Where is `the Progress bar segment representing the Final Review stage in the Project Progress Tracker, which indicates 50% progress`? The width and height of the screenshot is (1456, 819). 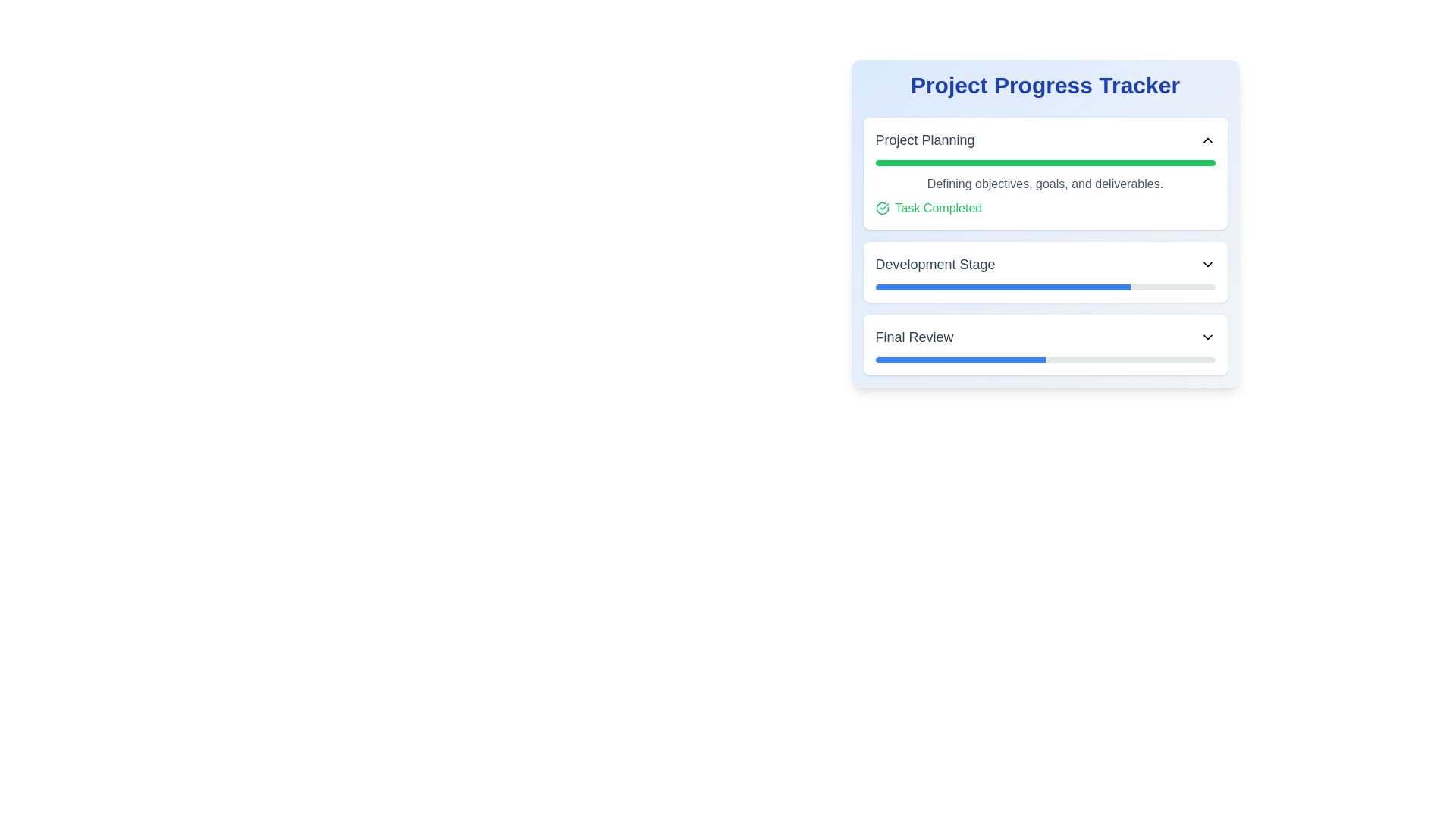 the Progress bar segment representing the Final Review stage in the Project Progress Tracker, which indicates 50% progress is located at coordinates (959, 359).